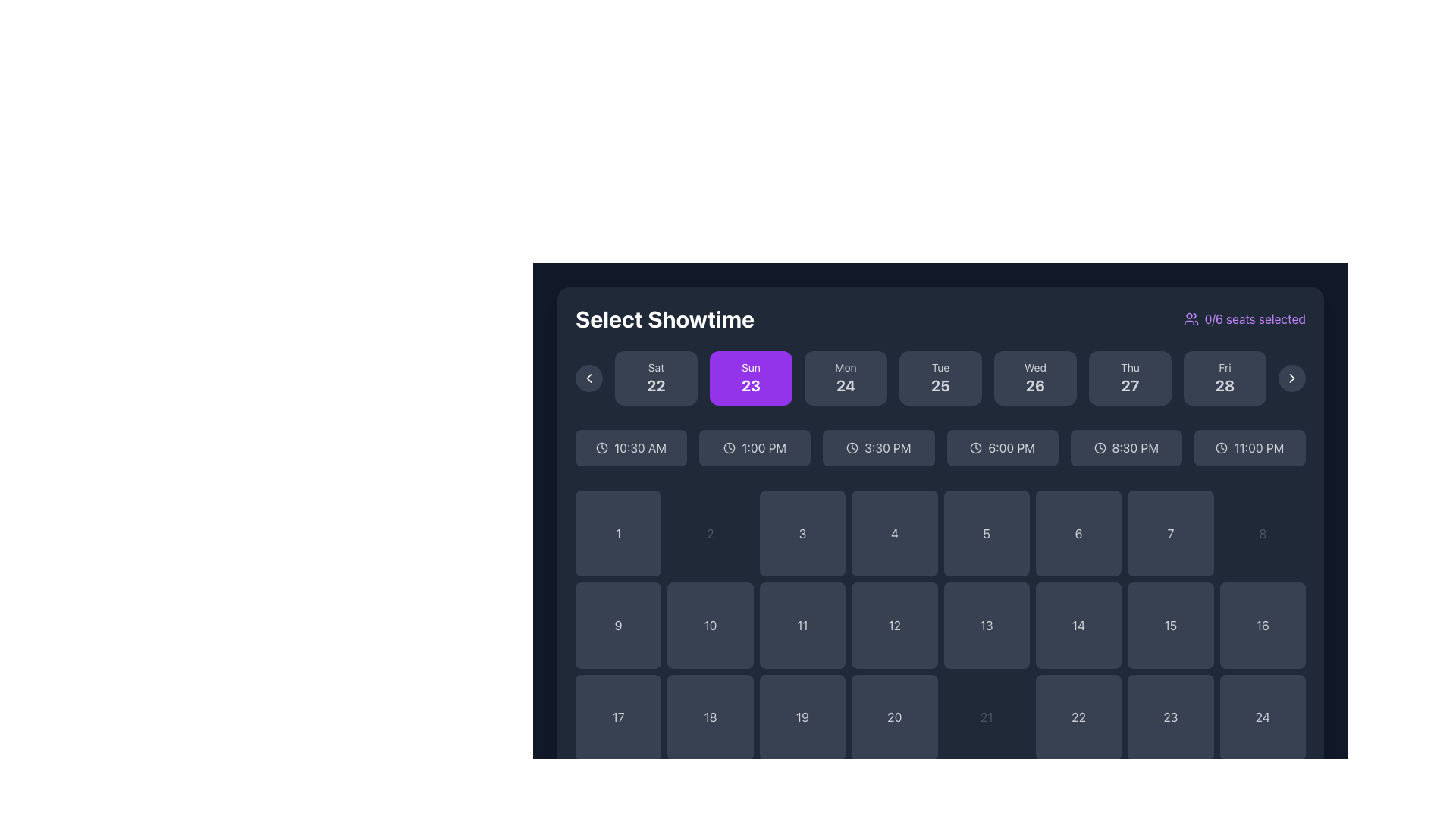 The width and height of the screenshot is (1456, 819). I want to click on the numeric text label '24' displayed in a large, bold font against a dark background, so click(845, 385).